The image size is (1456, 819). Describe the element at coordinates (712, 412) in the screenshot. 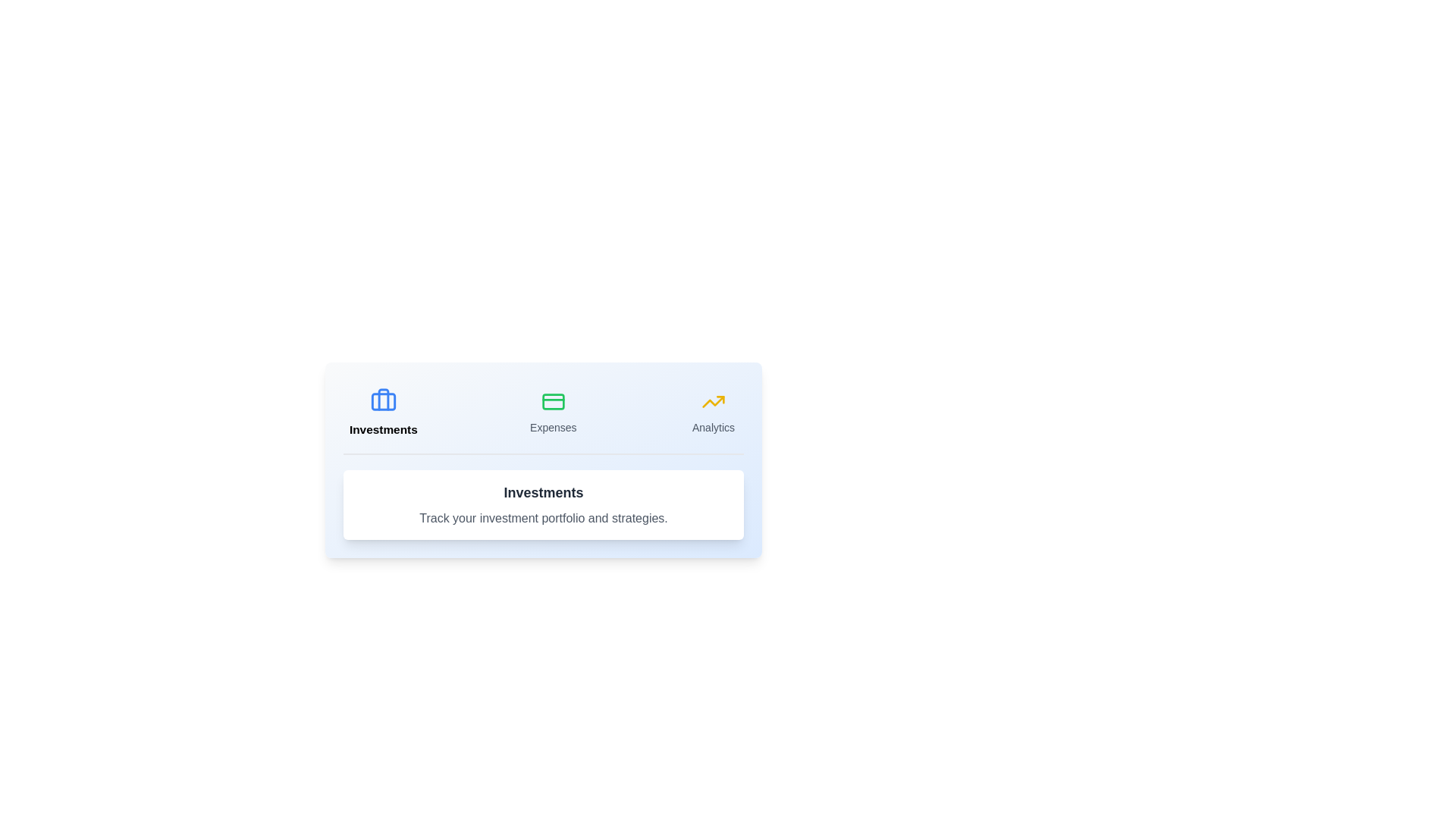

I see `the Analytics tab to view its content` at that location.